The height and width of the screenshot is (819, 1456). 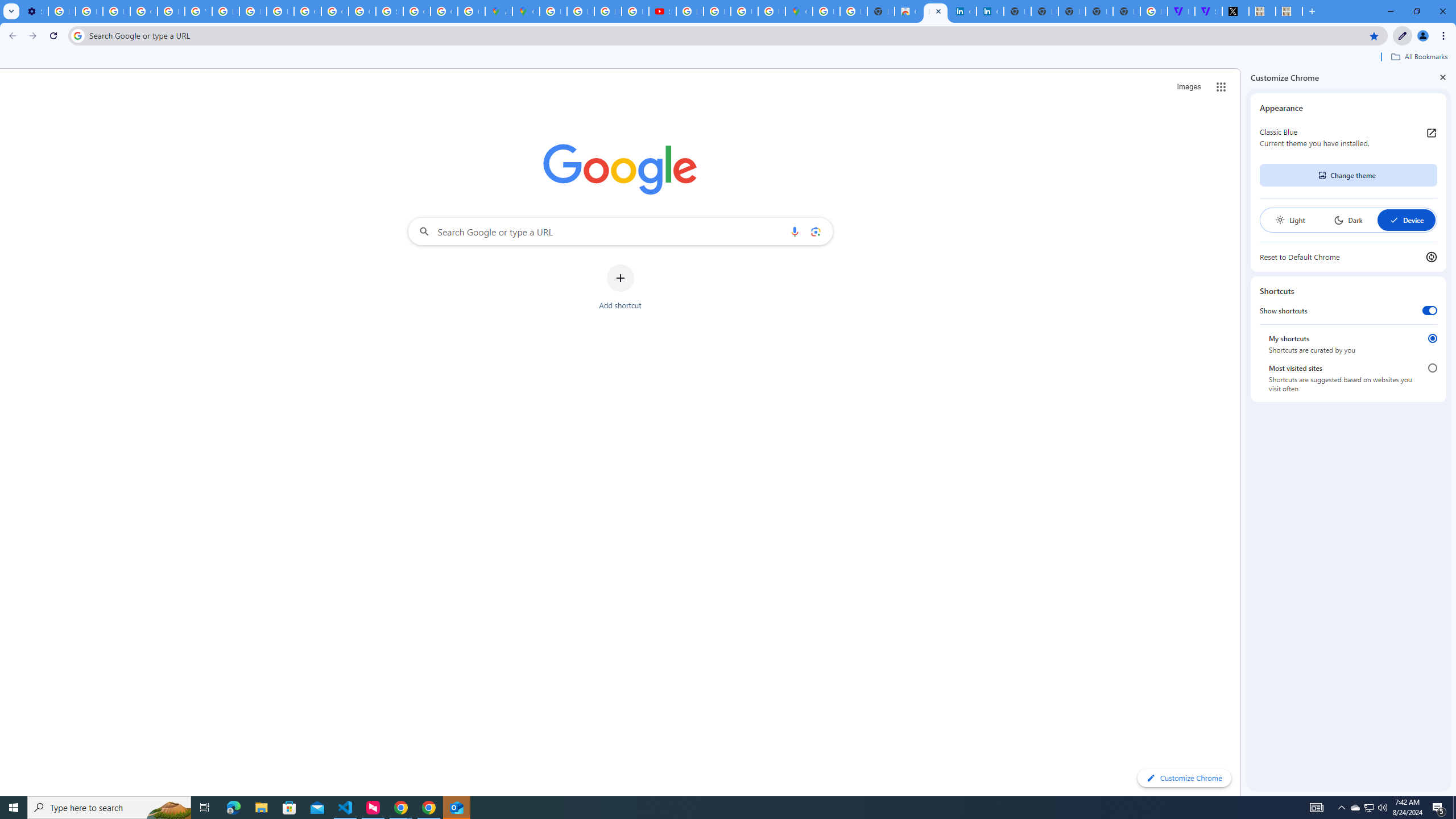 I want to click on 'Dark', so click(x=1347, y=220).